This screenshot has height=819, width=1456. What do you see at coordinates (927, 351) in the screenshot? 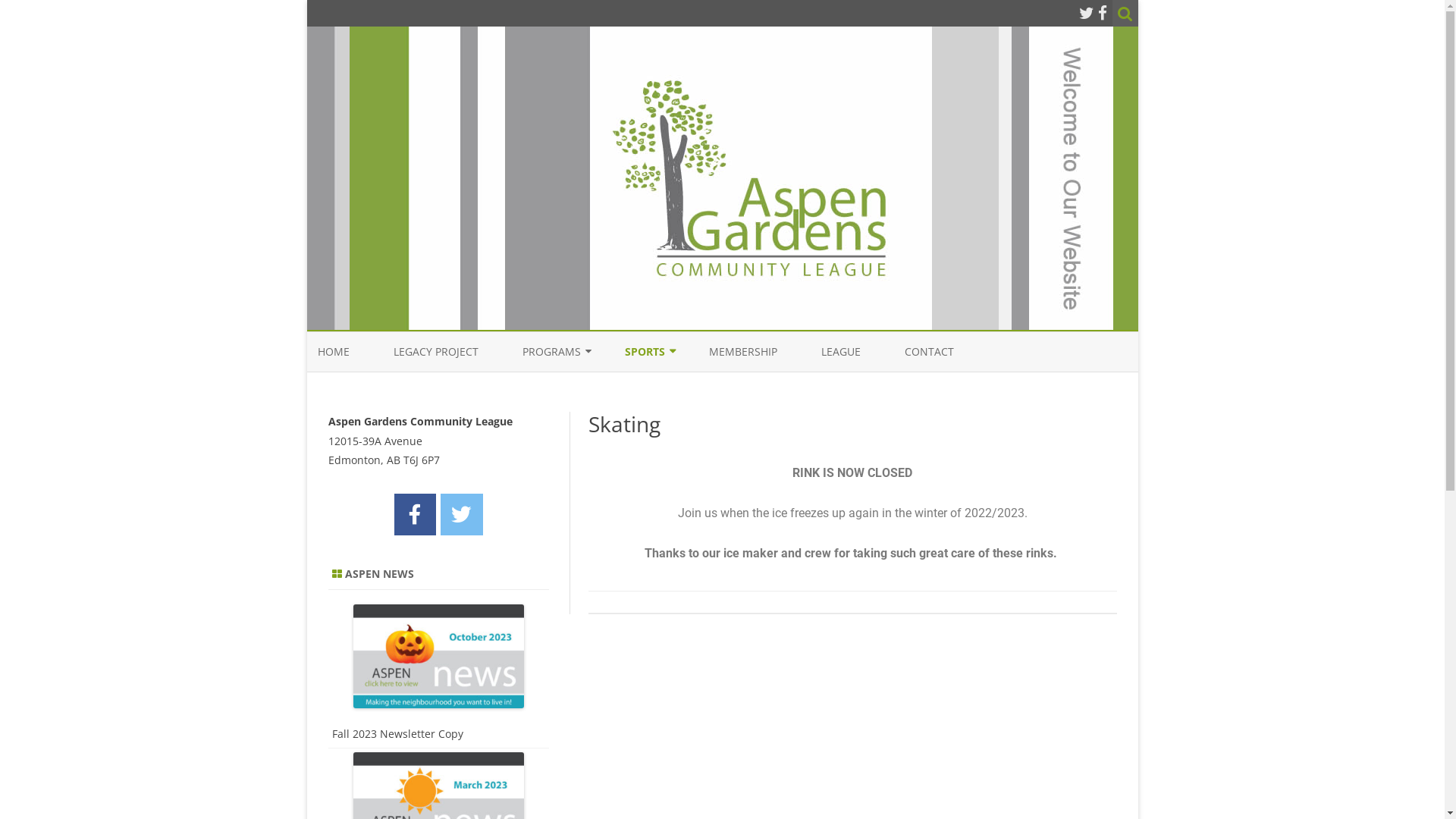
I see `'CONTACT'` at bounding box center [927, 351].